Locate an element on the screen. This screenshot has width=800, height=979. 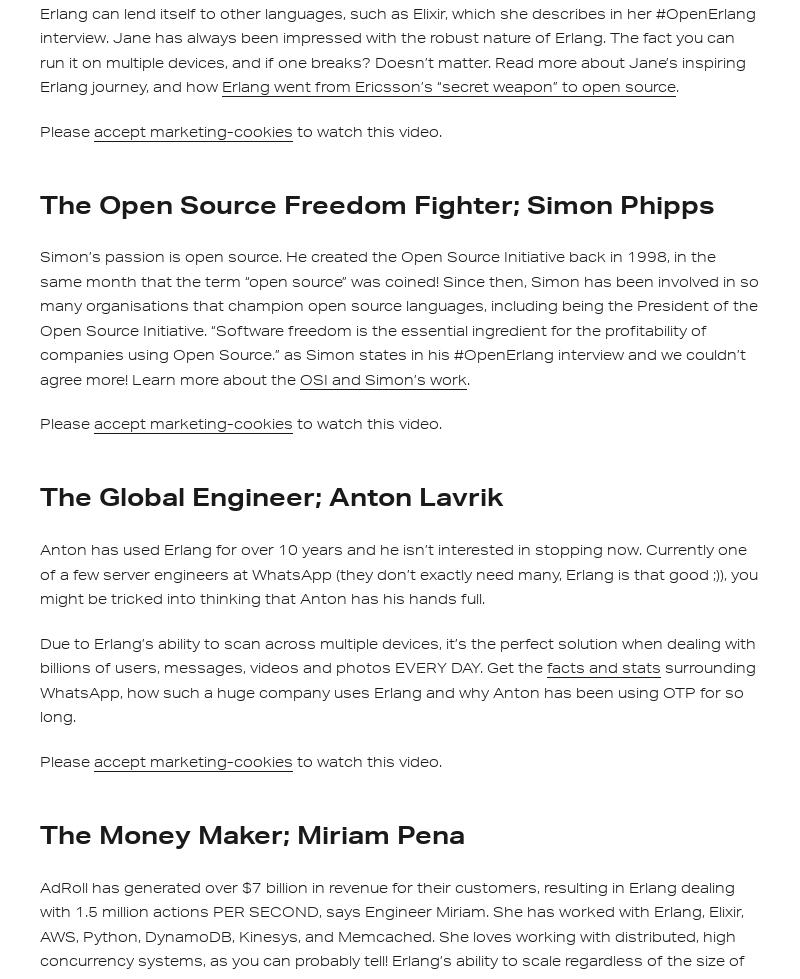
'Erlang can lend itself to other languages, such as Elixir, which she describes in her #OpenErlang interview. Jane has always been impressed with the robust nature of Erlang. The fact you can run it on multiple devices, and if one breaks? Doesn’t matter. Read more about Jane’s inspiring Erlang journey, and how' is located at coordinates (397, 50).